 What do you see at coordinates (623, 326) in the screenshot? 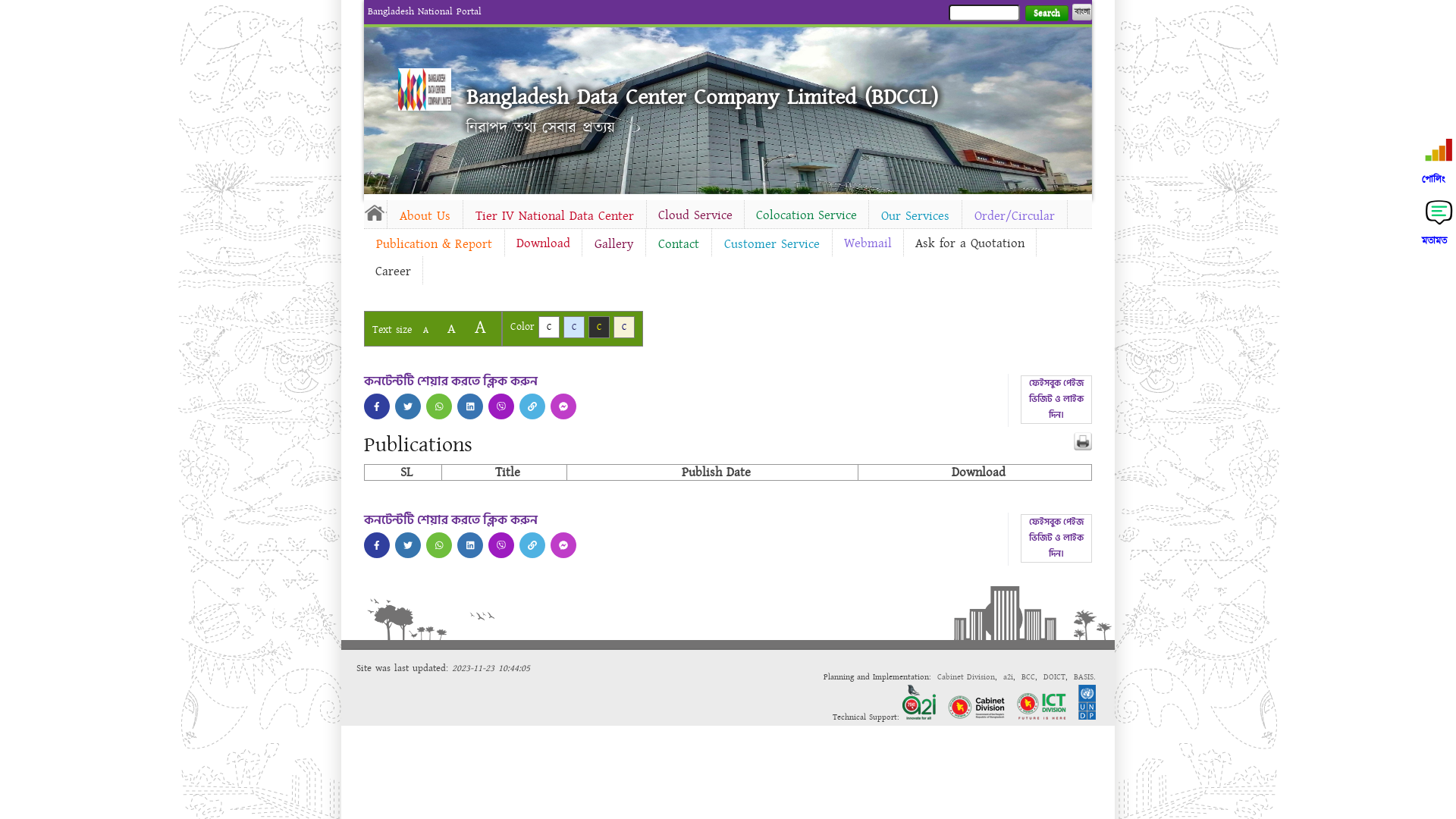
I see `'C'` at bounding box center [623, 326].